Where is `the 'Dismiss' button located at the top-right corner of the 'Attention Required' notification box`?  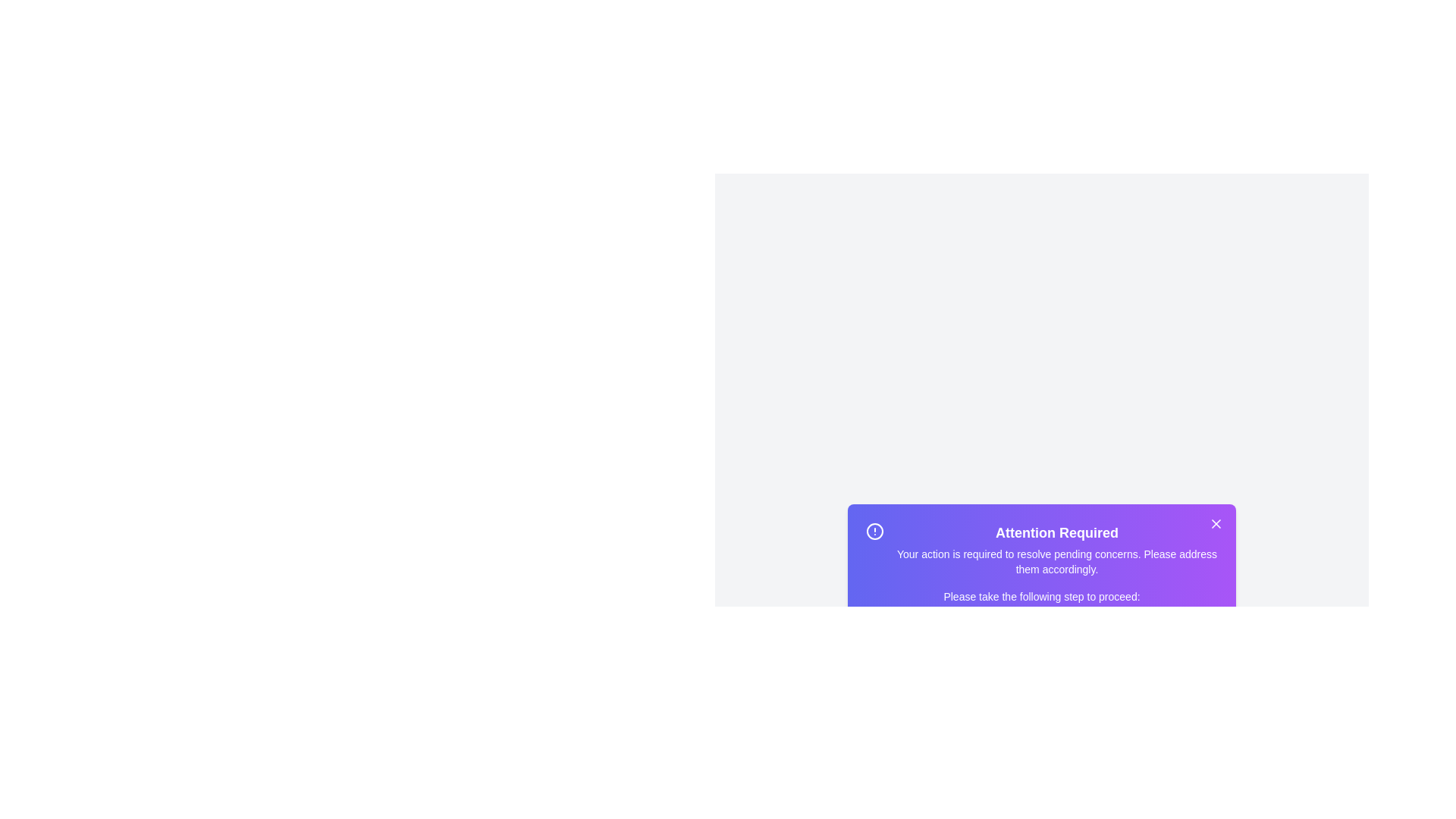 the 'Dismiss' button located at the top-right corner of the 'Attention Required' notification box is located at coordinates (1216, 522).